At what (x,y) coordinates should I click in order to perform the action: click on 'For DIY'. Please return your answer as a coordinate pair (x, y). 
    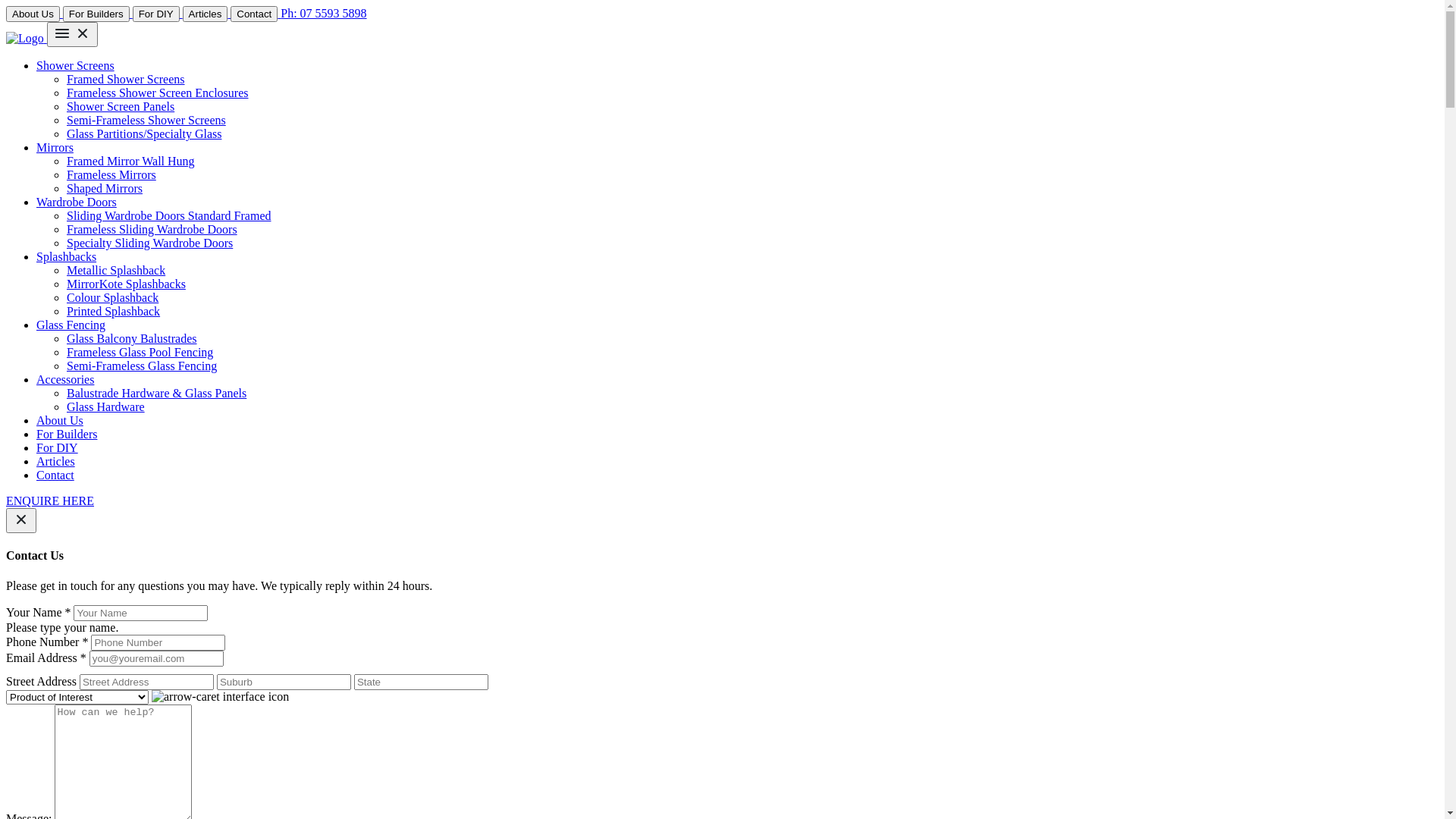
    Looking at the image, I should click on (132, 14).